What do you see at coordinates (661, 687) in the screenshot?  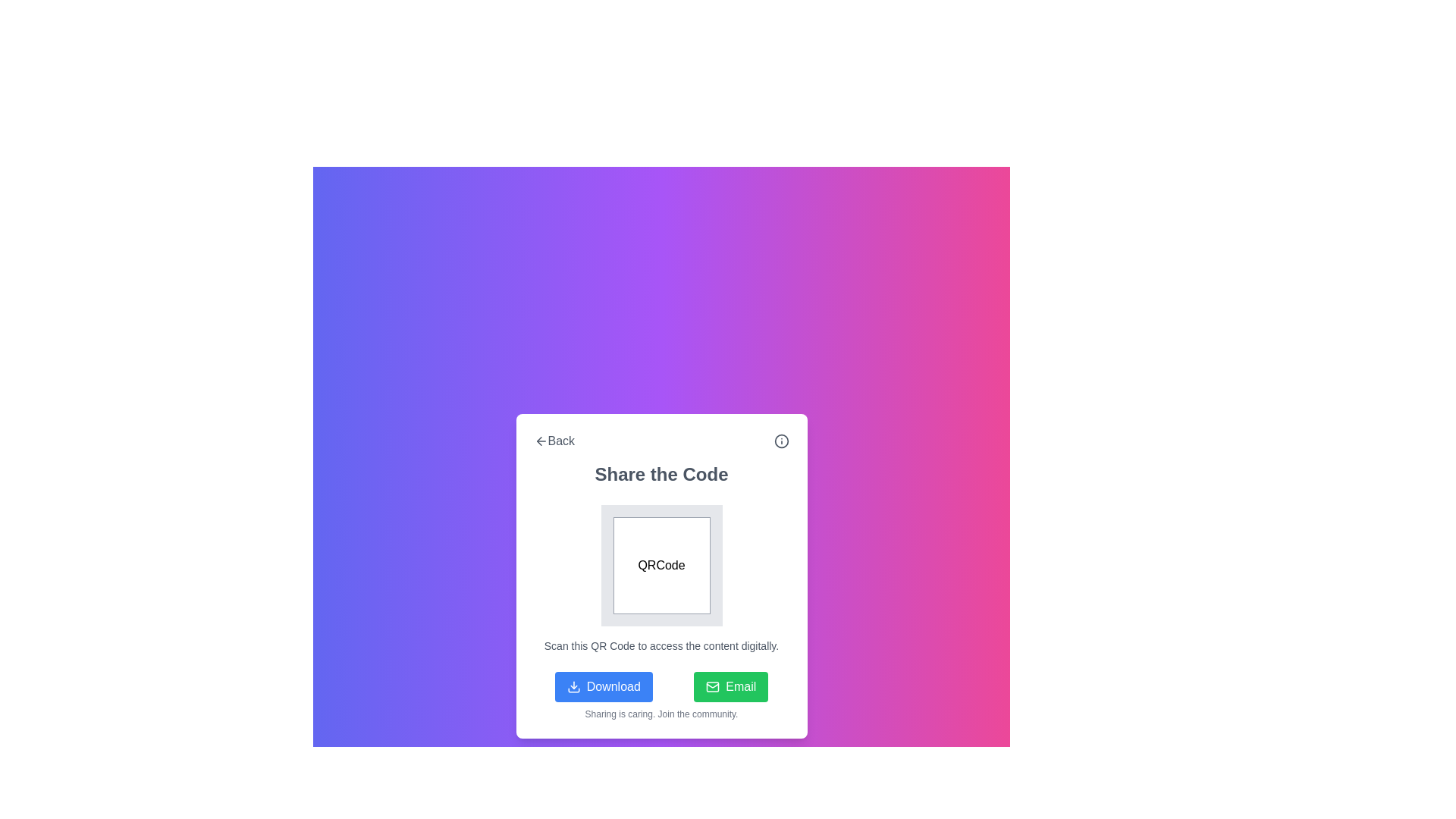 I see `the 'Email' button located at the bottom of the card layout, directly below the QR code image, to share content via email` at bounding box center [661, 687].